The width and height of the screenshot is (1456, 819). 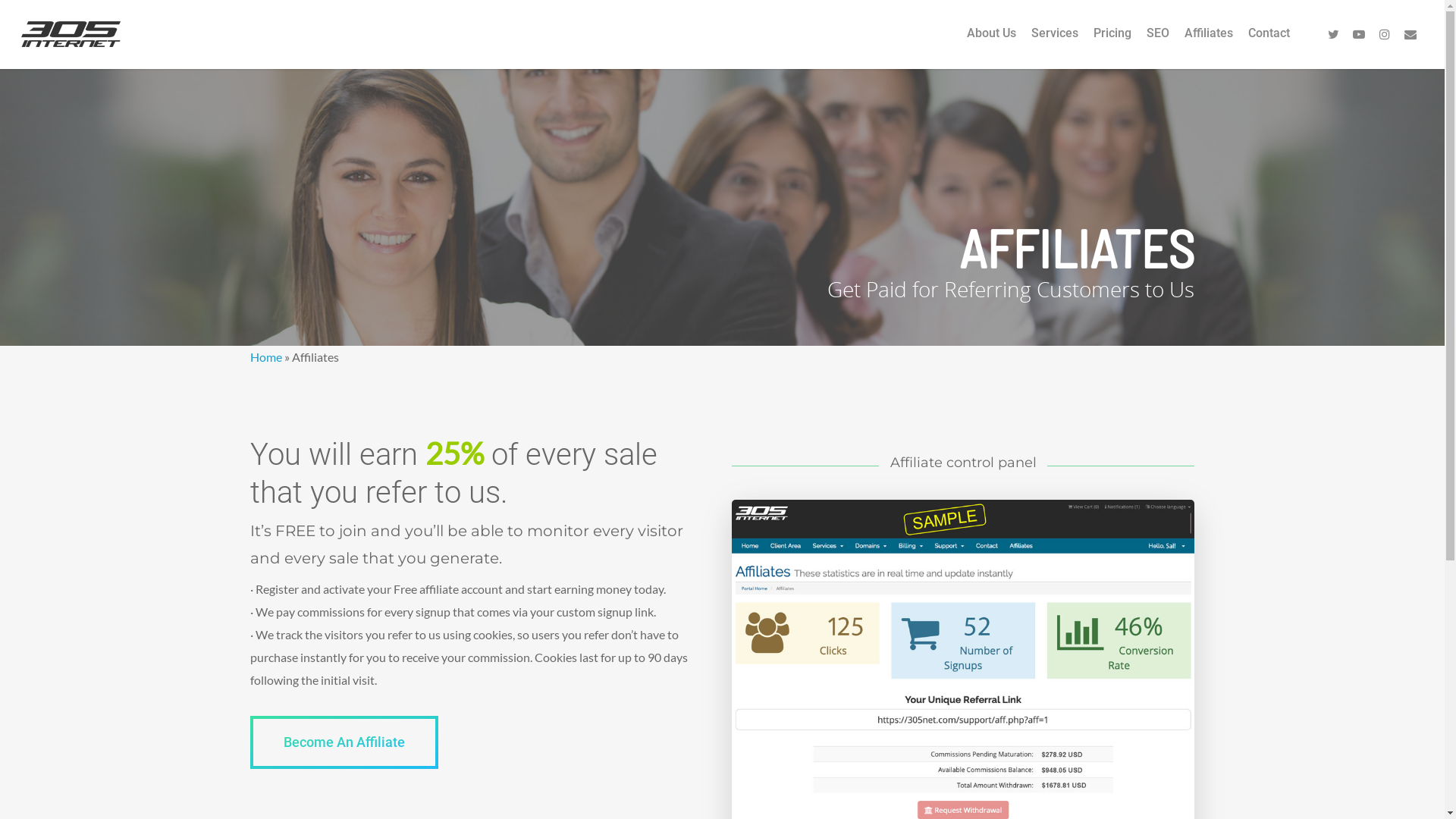 I want to click on 'Become An Affiliate', so click(x=344, y=742).